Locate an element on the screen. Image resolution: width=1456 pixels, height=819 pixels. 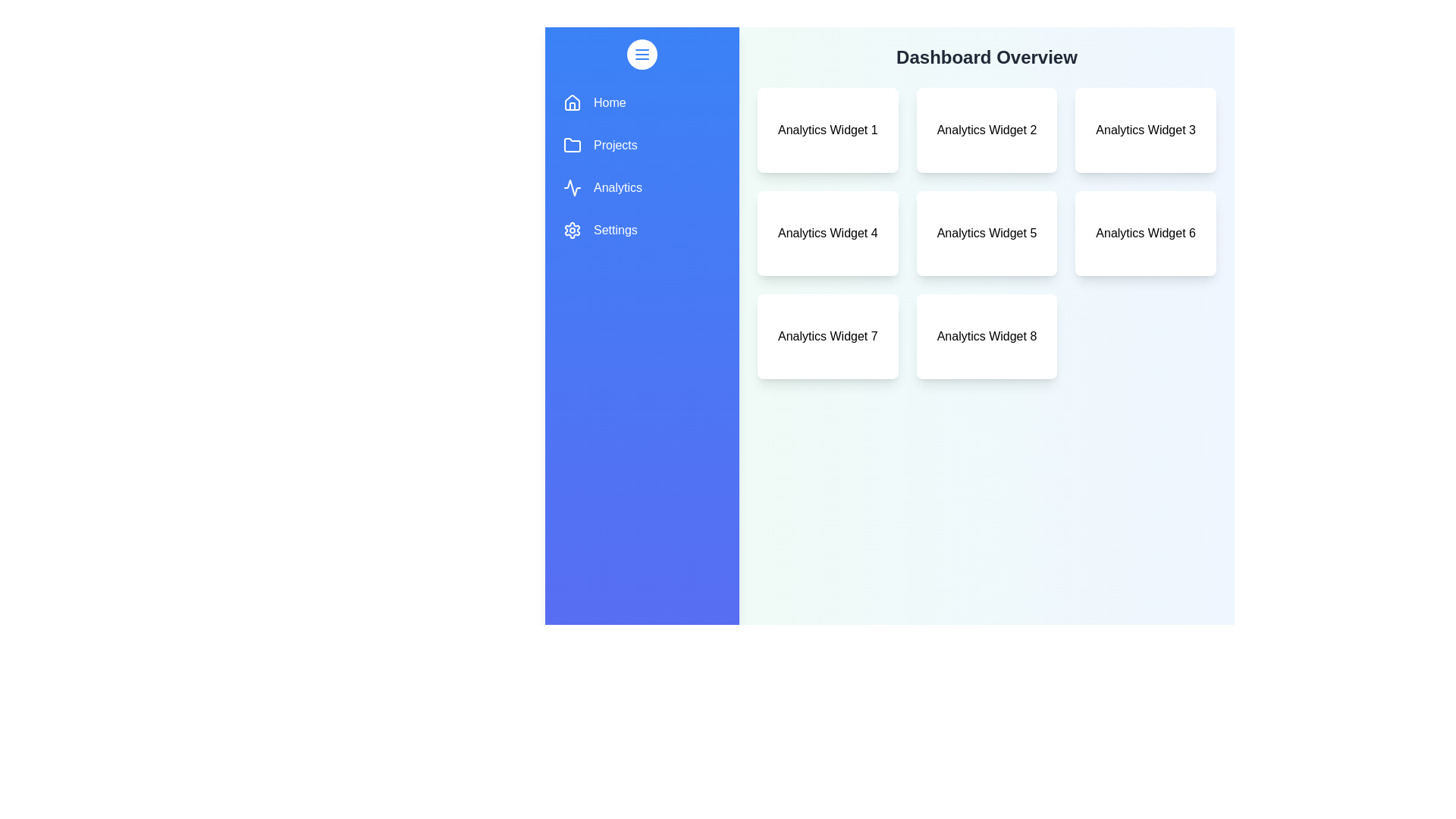
the menu item Projects to observe the hover effect is located at coordinates (642, 146).